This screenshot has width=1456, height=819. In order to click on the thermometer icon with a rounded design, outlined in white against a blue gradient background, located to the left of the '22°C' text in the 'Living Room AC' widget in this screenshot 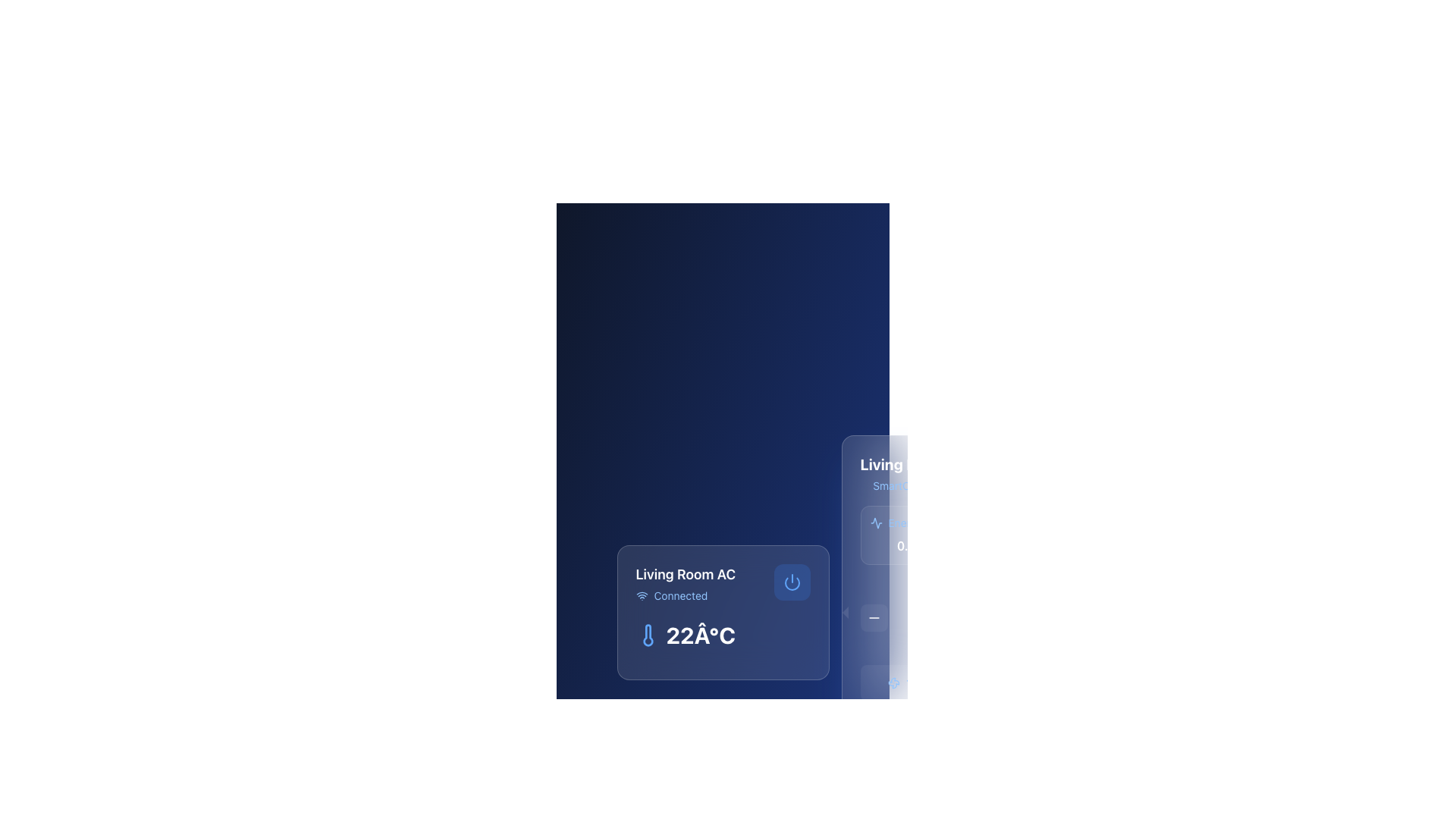, I will do `click(648, 635)`.